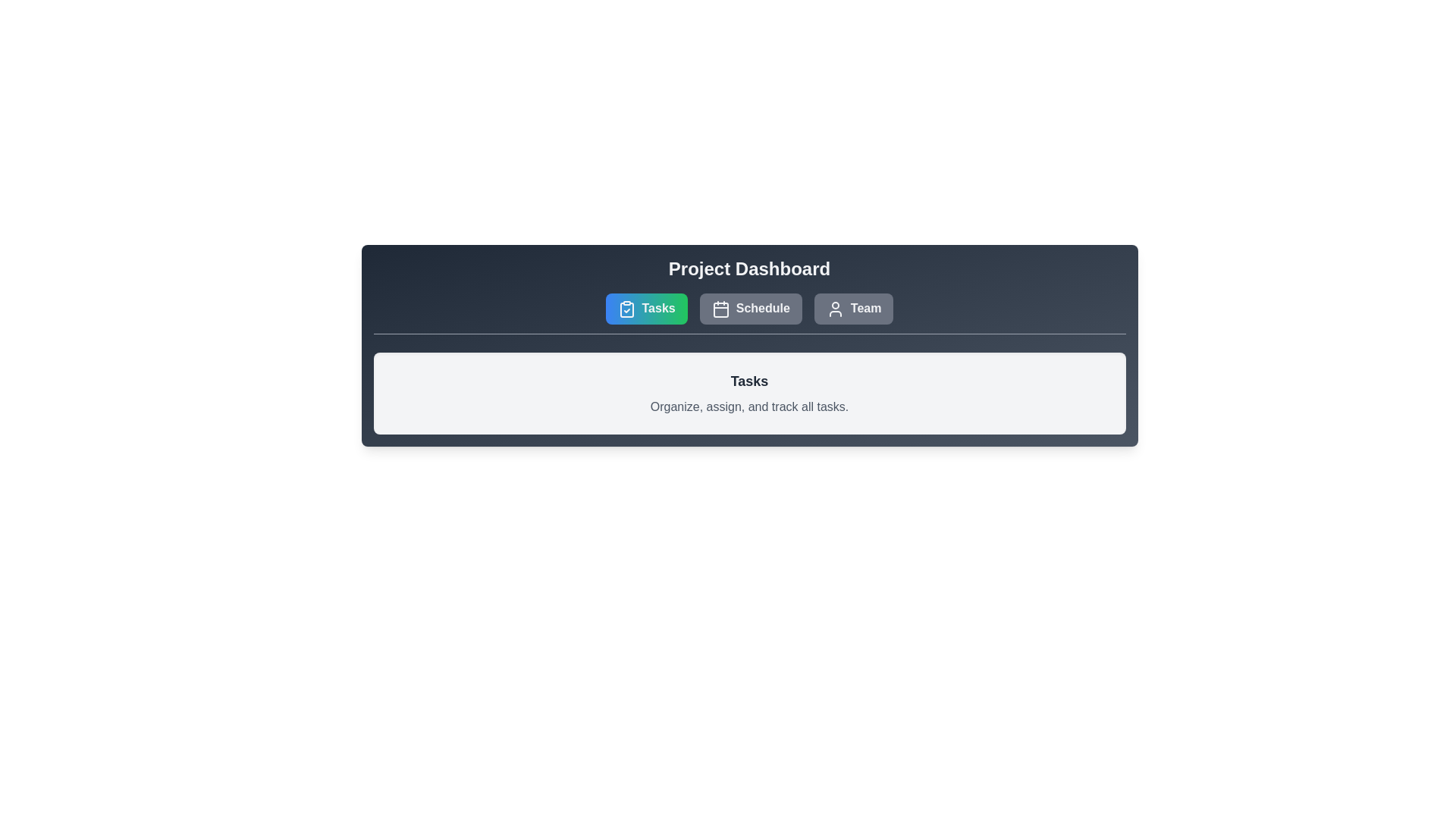 This screenshot has height=819, width=1456. Describe the element at coordinates (646, 308) in the screenshot. I see `the rounded rectangular button labeled 'Tasks' with a clipboard icon` at that location.